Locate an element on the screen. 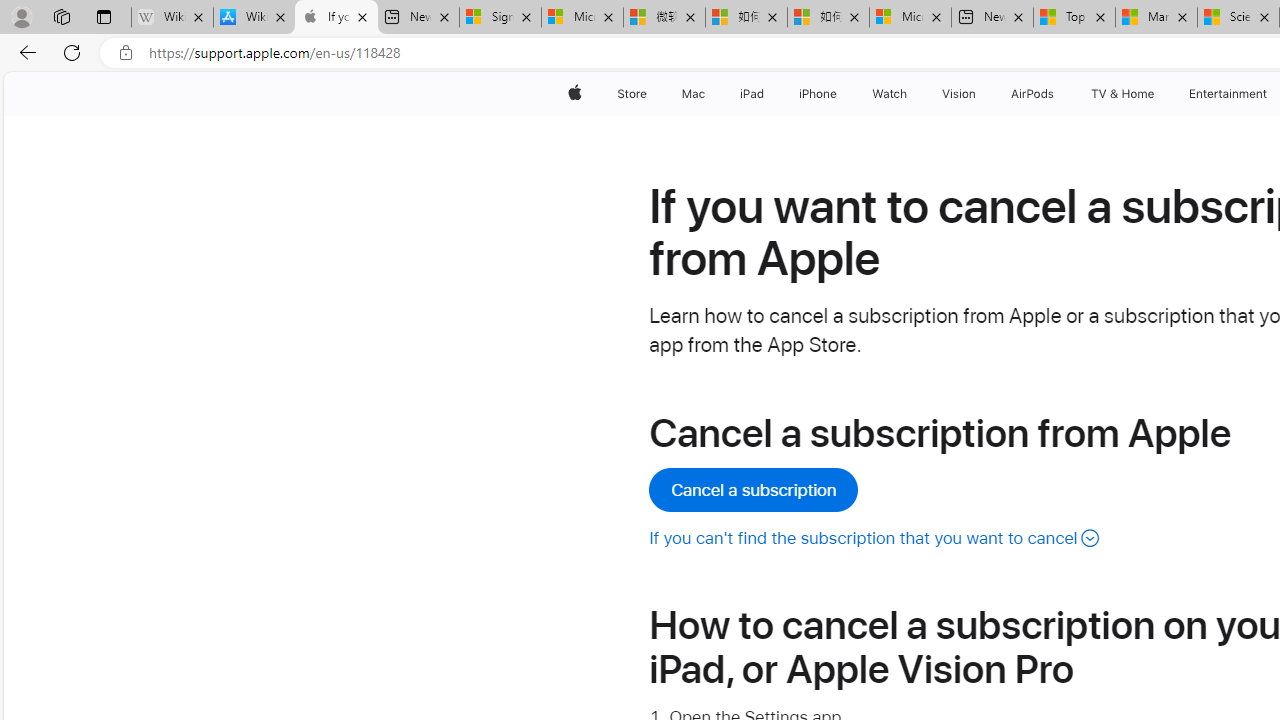 The height and width of the screenshot is (720, 1280). 'Mac menu' is located at coordinates (708, 93).